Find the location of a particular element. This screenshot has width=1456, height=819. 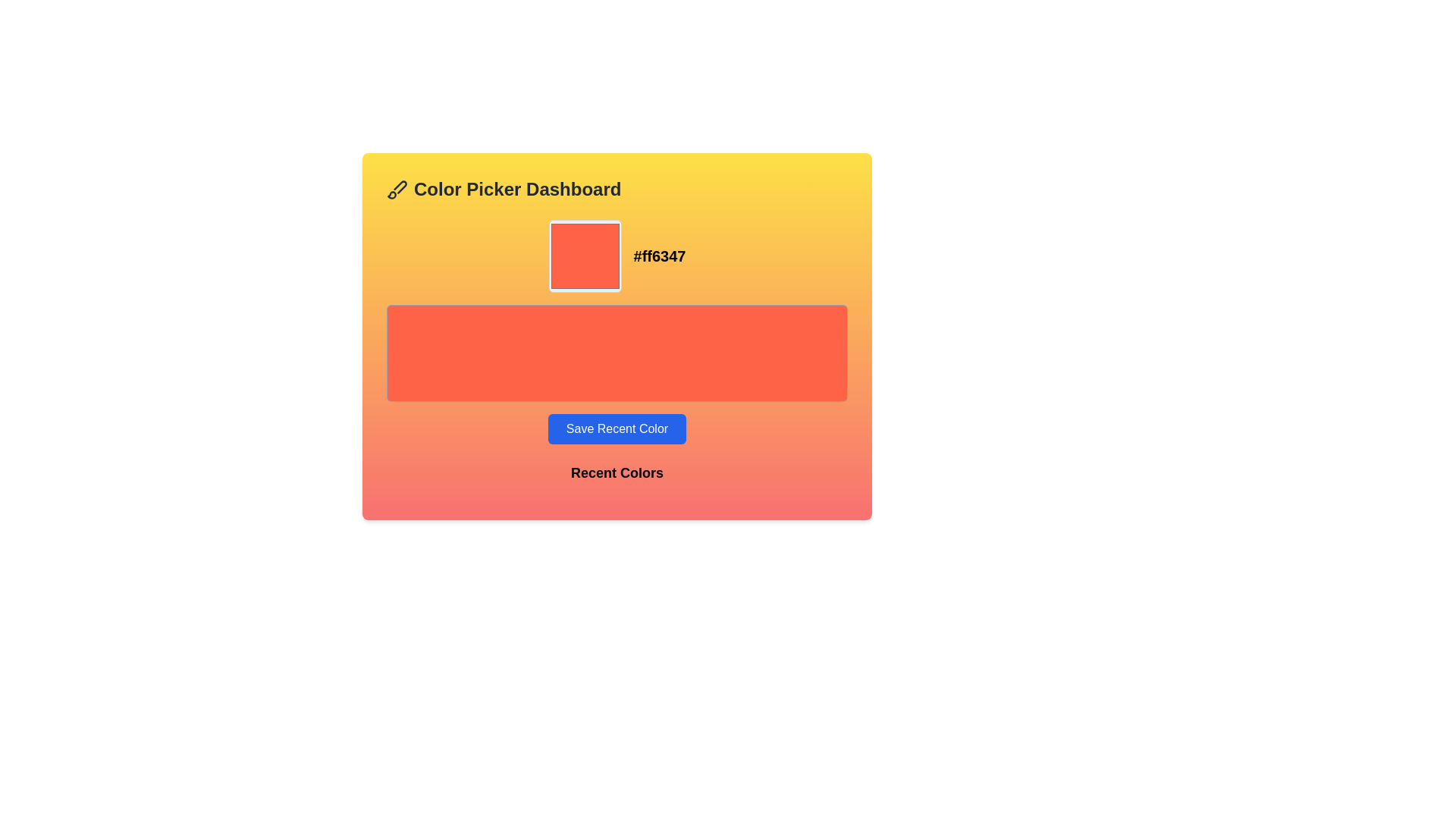

the color display panel, which is a rectangular section with a red background color (#ff6347), located centrally within a gradient-colored panel, positioned above the blue button labeled 'Save Recent Color' is located at coordinates (617, 331).